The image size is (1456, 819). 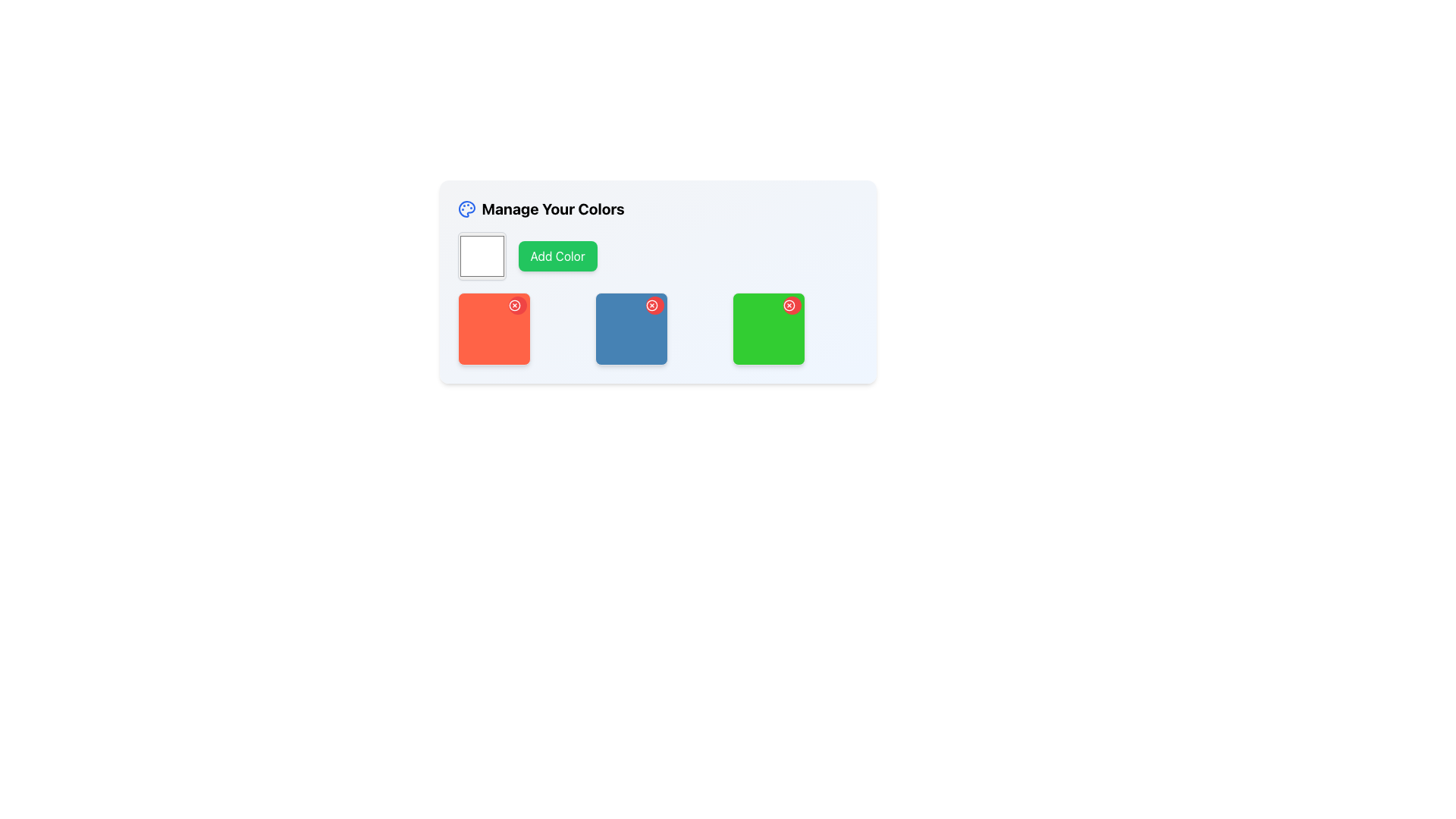 I want to click on the circular icon located in the top-right corner of the green card in the color selection interface, so click(x=789, y=305).